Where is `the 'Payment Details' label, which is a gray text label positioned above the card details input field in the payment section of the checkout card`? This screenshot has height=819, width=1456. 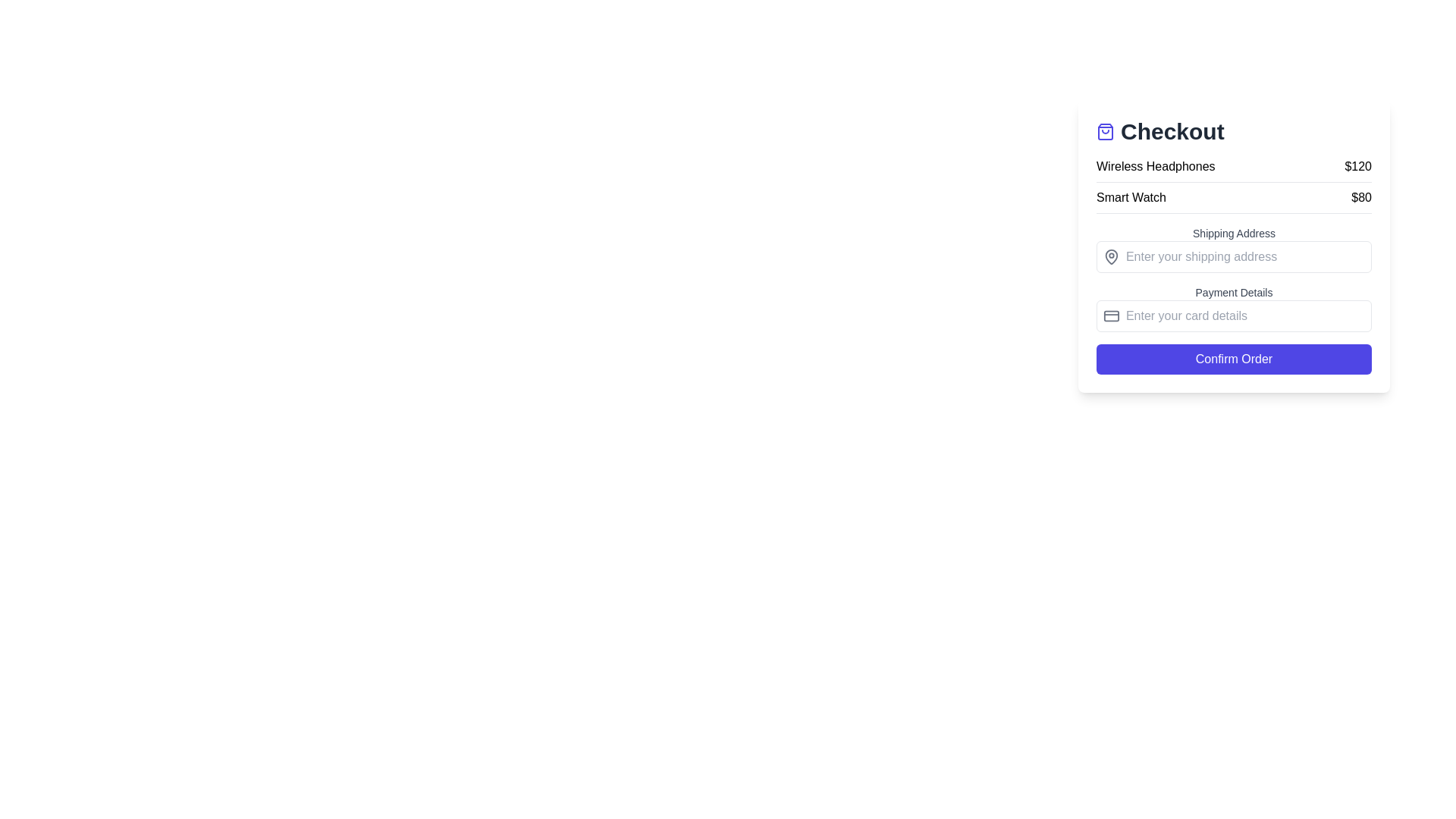
the 'Payment Details' label, which is a gray text label positioned above the card details input field in the payment section of the checkout card is located at coordinates (1234, 292).